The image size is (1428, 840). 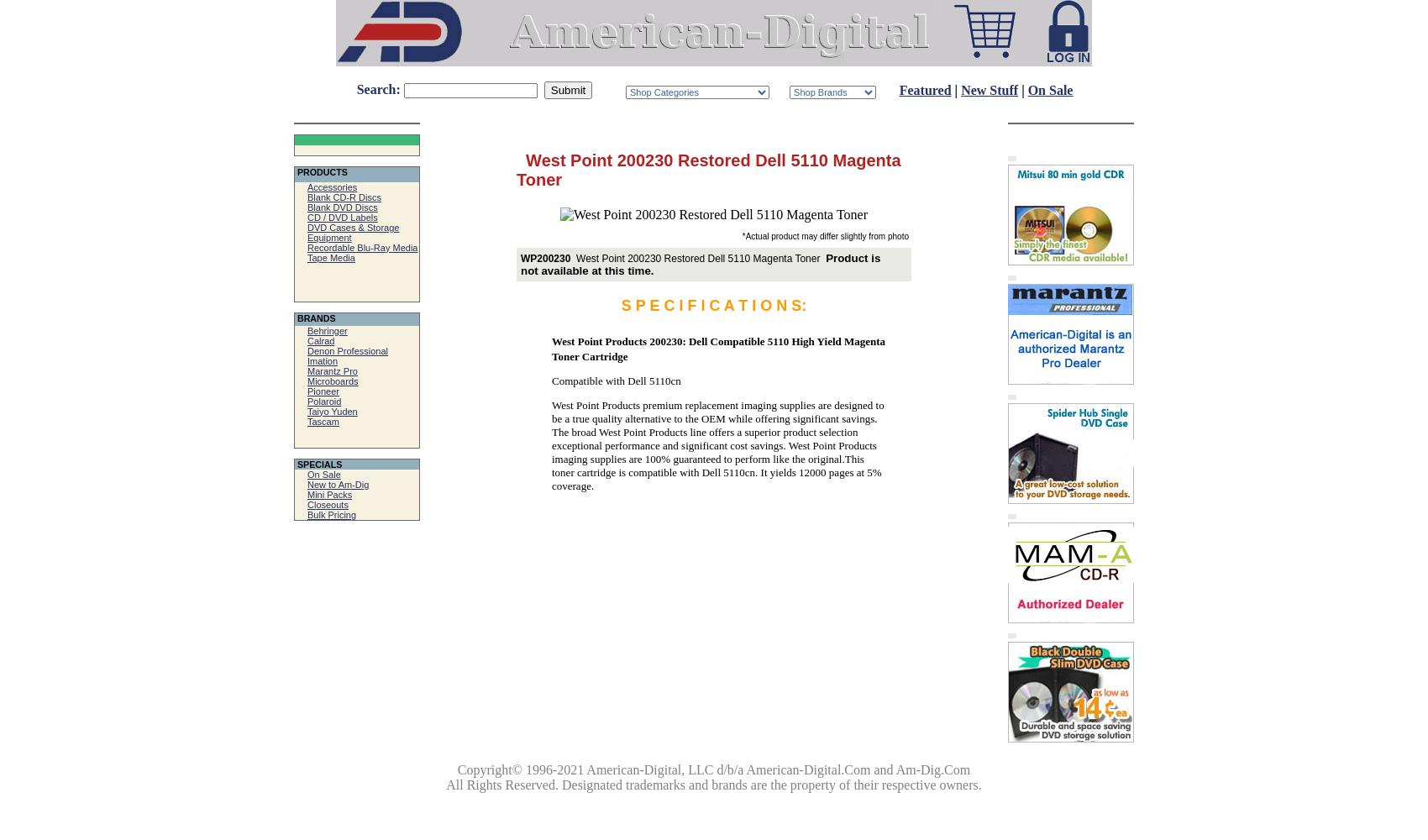 What do you see at coordinates (331, 380) in the screenshot?
I see `'Microboards'` at bounding box center [331, 380].